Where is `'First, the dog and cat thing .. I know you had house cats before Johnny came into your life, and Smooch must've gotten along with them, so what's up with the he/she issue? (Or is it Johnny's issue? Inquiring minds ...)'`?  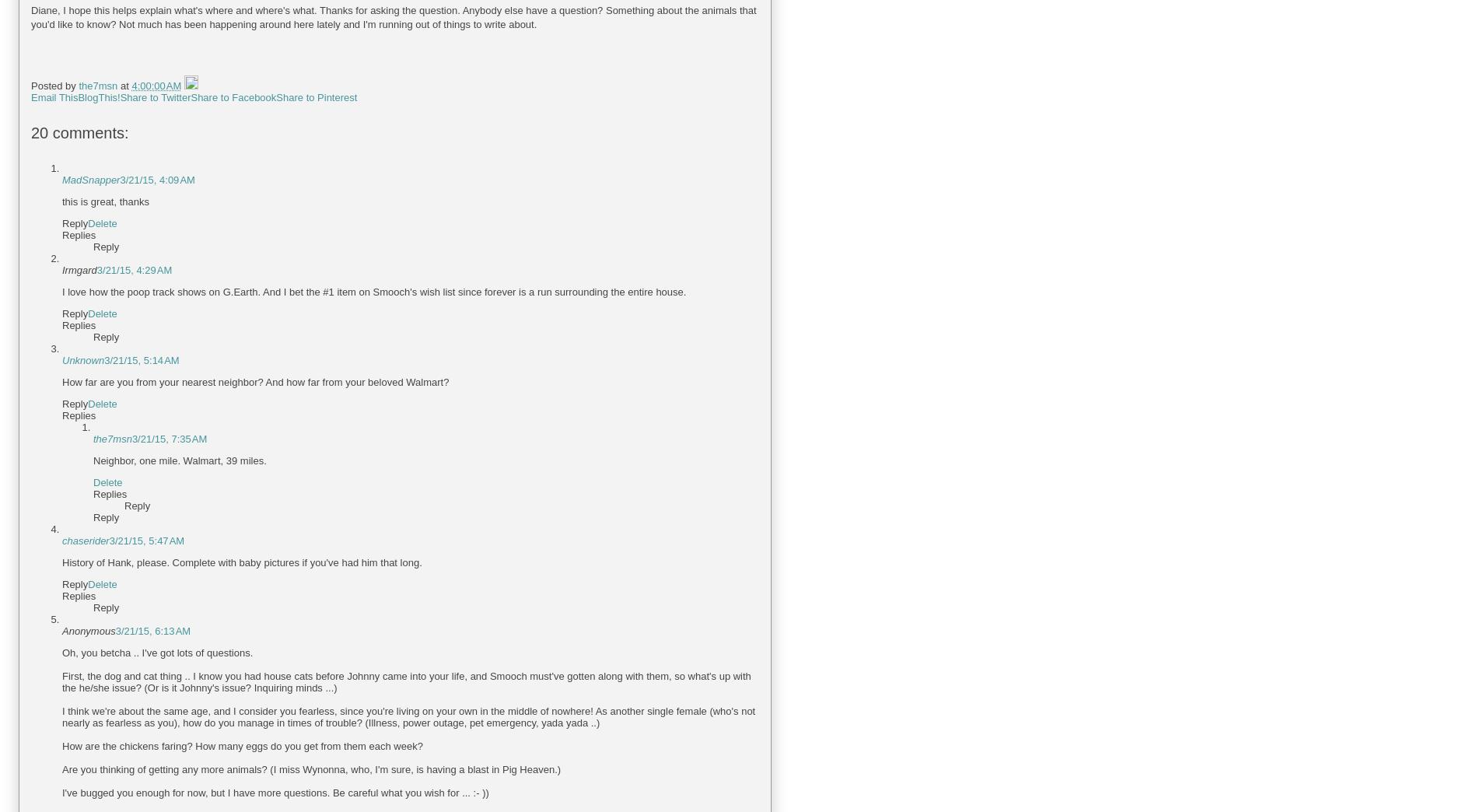
'First, the dog and cat thing .. I know you had house cats before Johnny came into your life, and Smooch must've gotten along with them, so what's up with the he/she issue? (Or is it Johnny's issue? Inquiring minds ...)' is located at coordinates (405, 681).